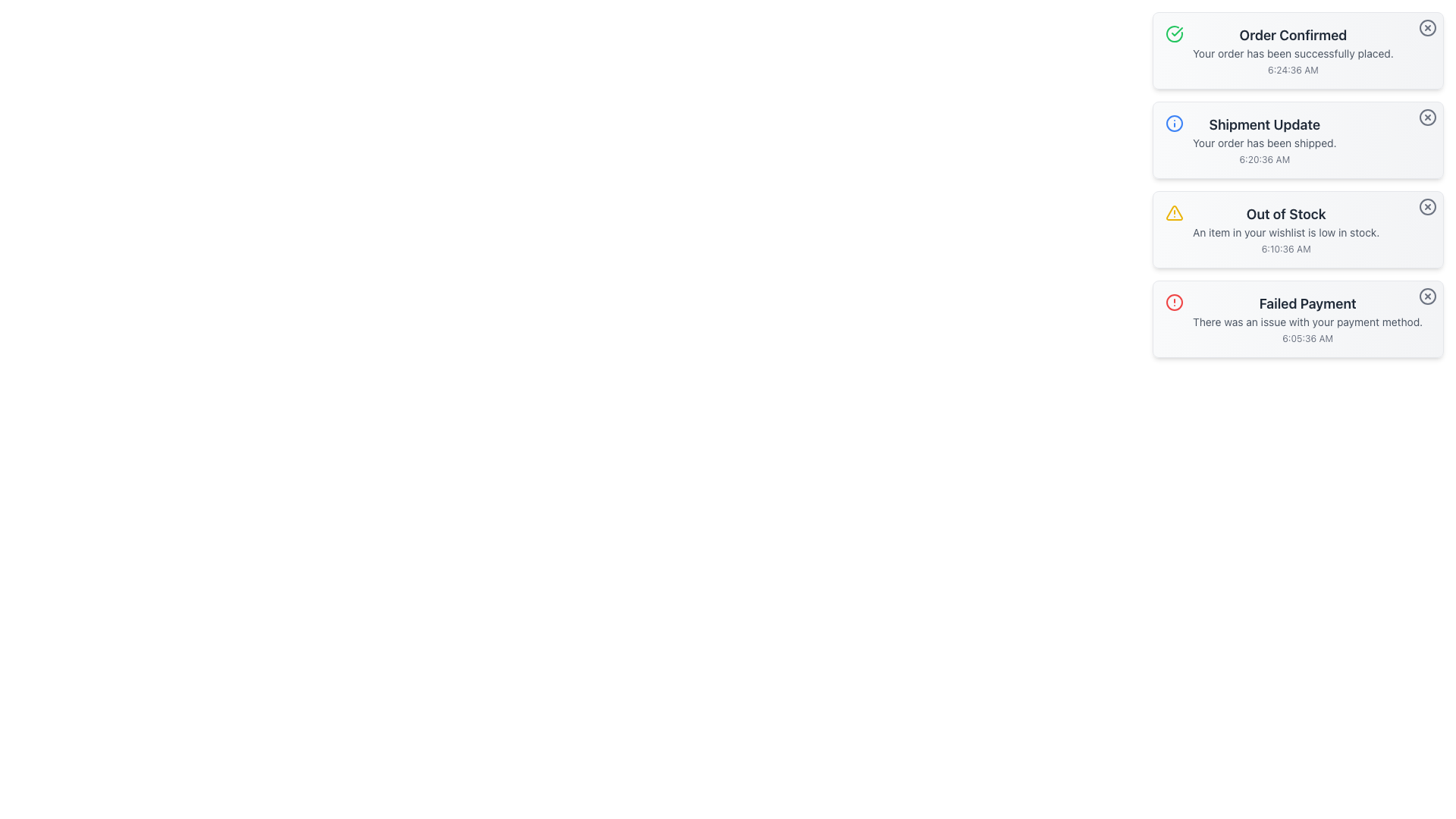 The image size is (1456, 819). Describe the element at coordinates (1174, 302) in the screenshot. I see `the warning icon in the 'Failed Payment' notification card, located on the left side before the text content` at that location.